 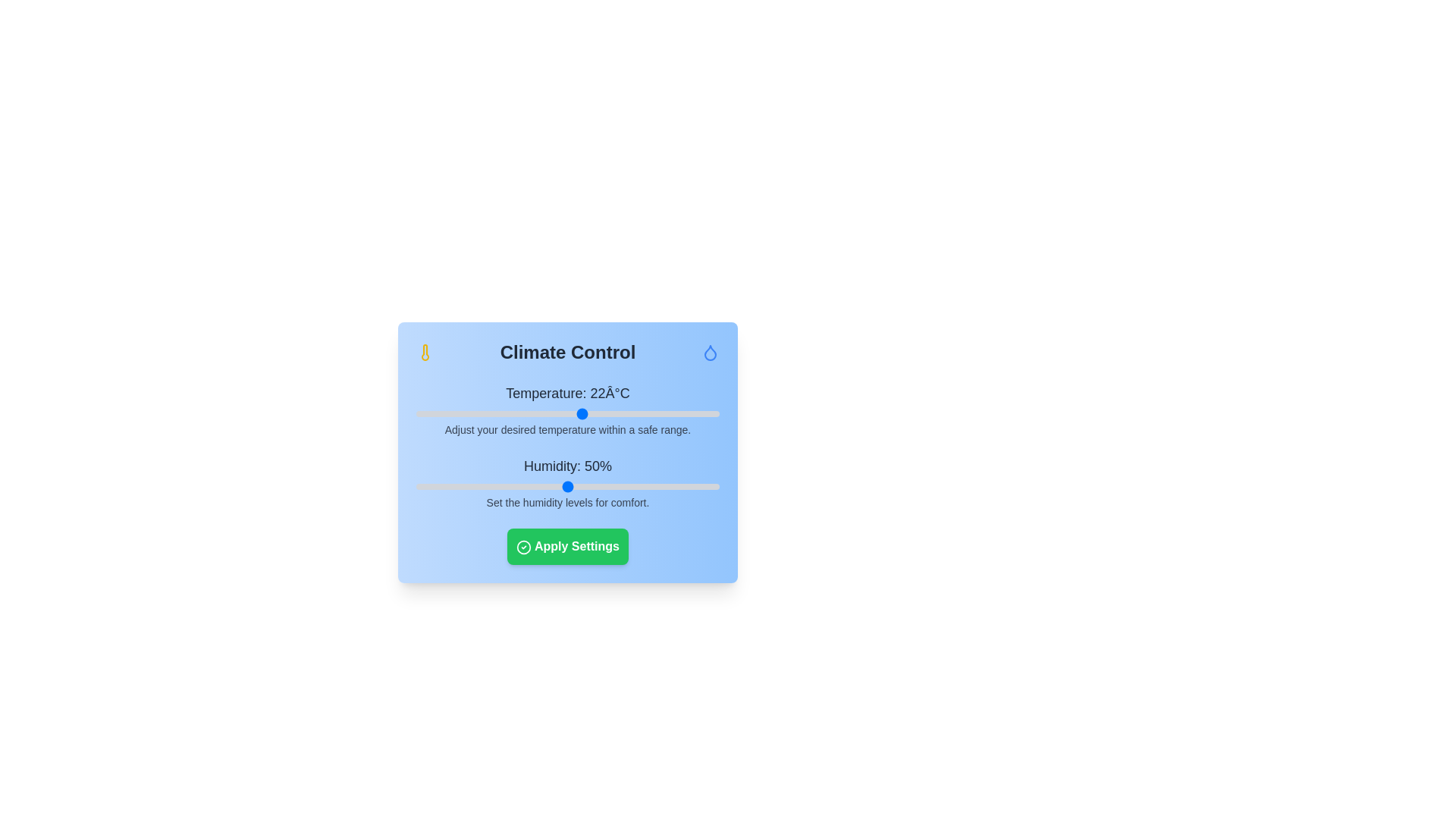 I want to click on the humidity, so click(x=541, y=486).